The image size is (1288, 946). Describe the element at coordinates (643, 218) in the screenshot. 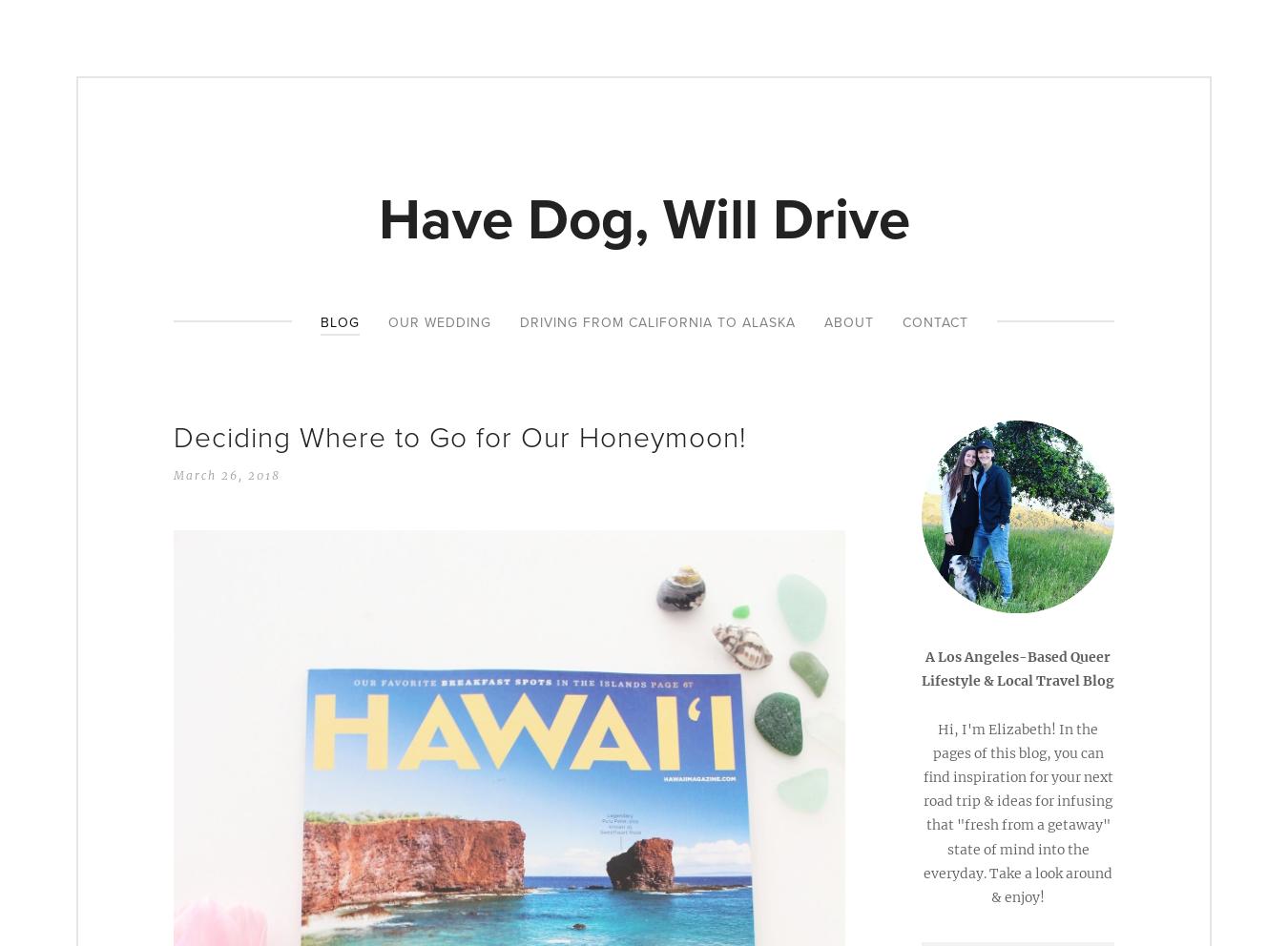

I see `'Have Dog, Will Drive'` at that location.